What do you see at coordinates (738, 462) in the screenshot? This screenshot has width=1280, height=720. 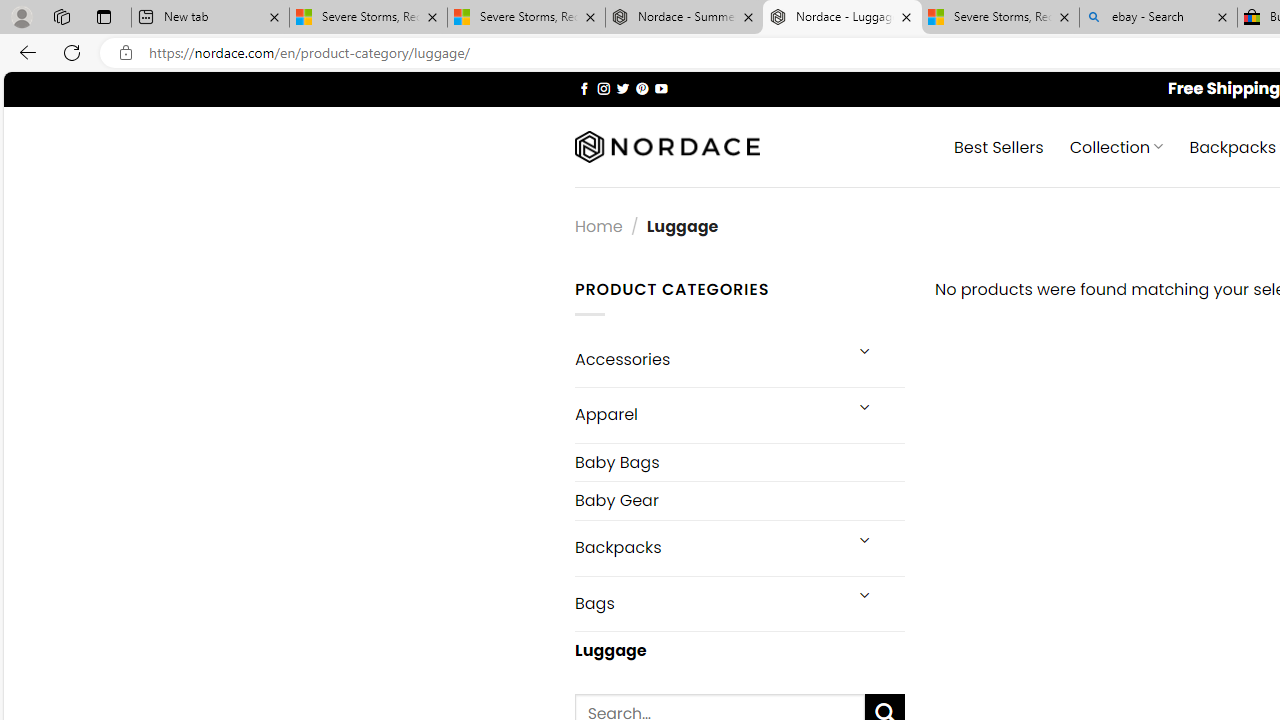 I see `'Baby Bags'` at bounding box center [738, 462].